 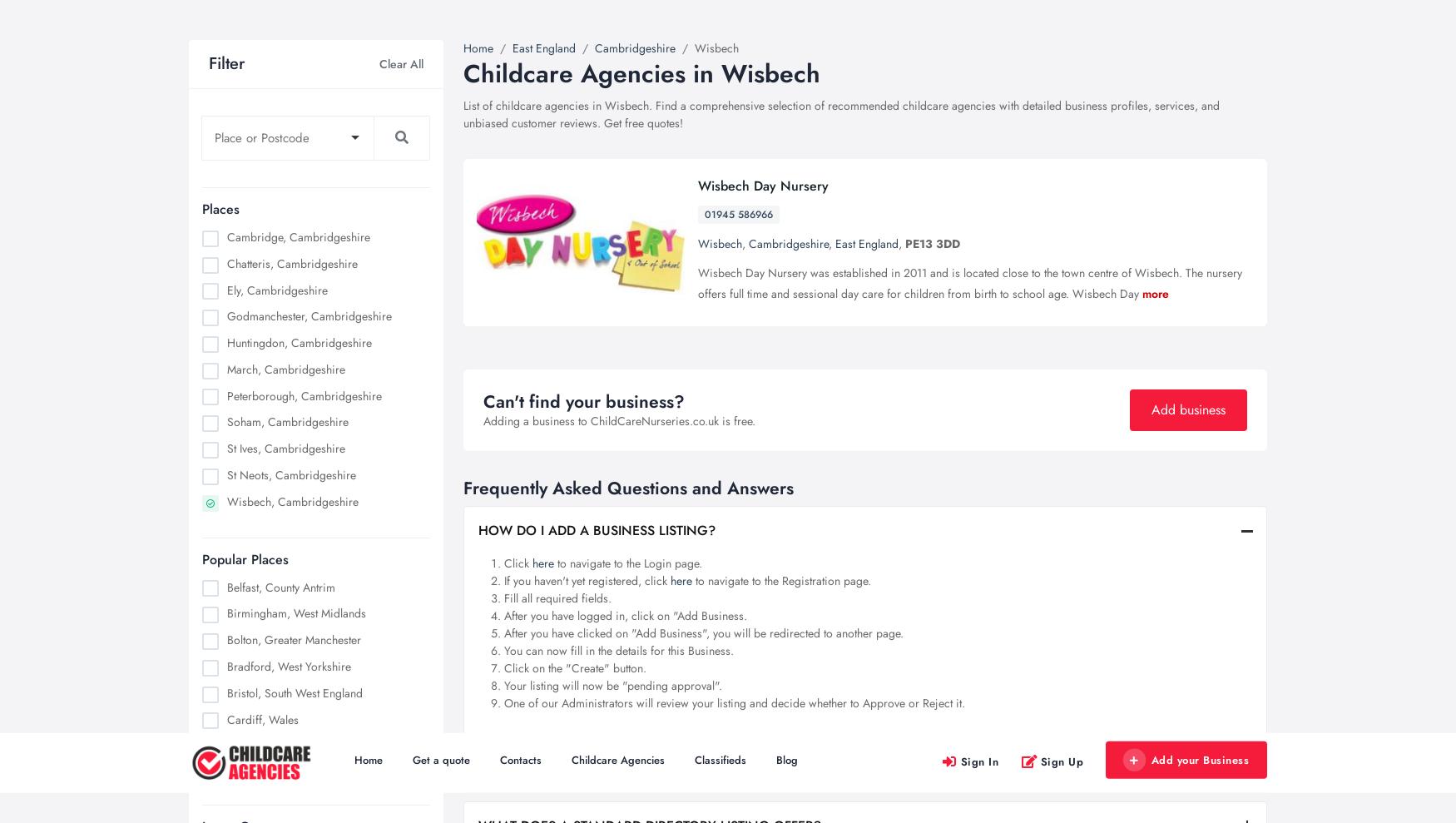 What do you see at coordinates (318, 263) in the screenshot?
I see `'Newcastle upon Tyne, Tyne and Wear'` at bounding box center [318, 263].